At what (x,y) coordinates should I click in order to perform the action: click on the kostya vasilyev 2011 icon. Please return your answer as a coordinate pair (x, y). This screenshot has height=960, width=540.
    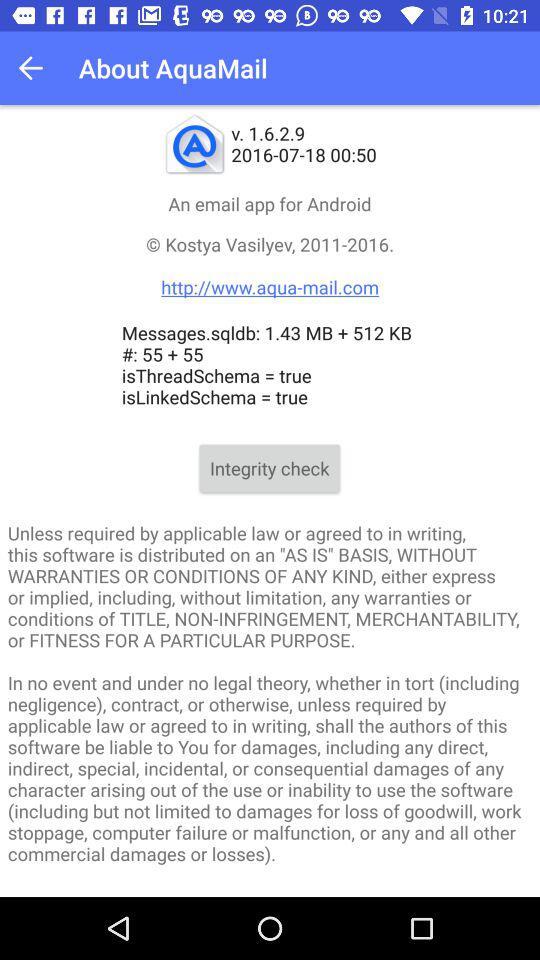
    Looking at the image, I should click on (270, 264).